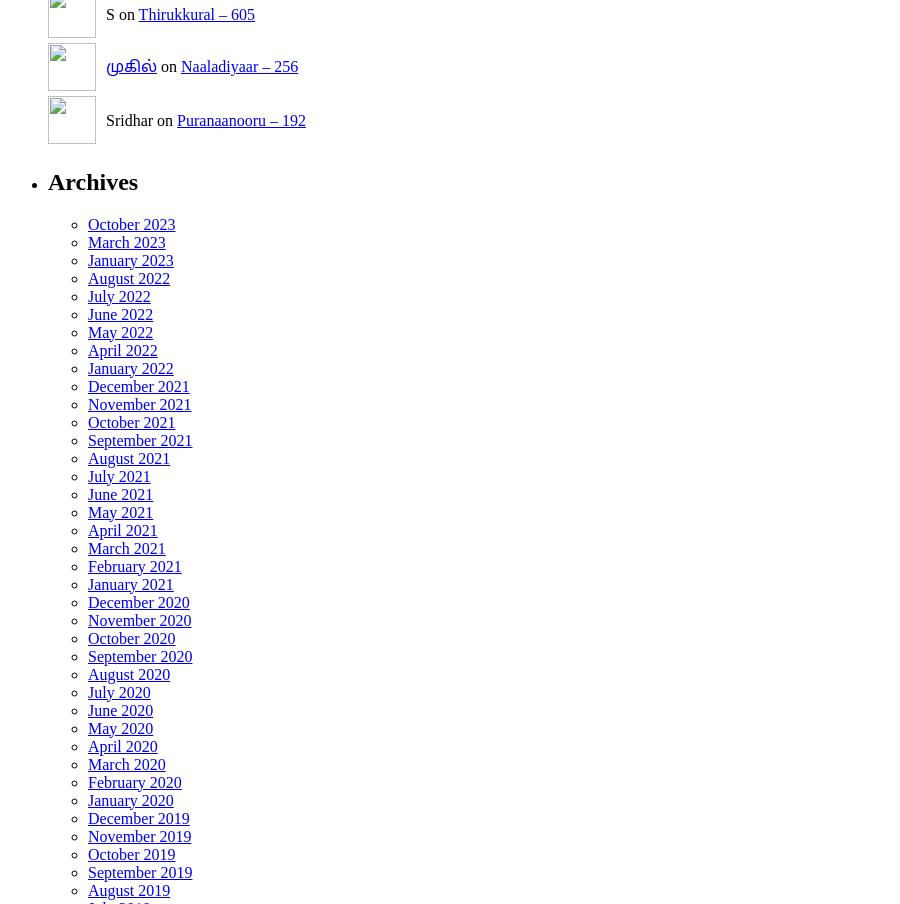 Image resolution: width=900 pixels, height=904 pixels. I want to click on 'March 2021', so click(126, 547).